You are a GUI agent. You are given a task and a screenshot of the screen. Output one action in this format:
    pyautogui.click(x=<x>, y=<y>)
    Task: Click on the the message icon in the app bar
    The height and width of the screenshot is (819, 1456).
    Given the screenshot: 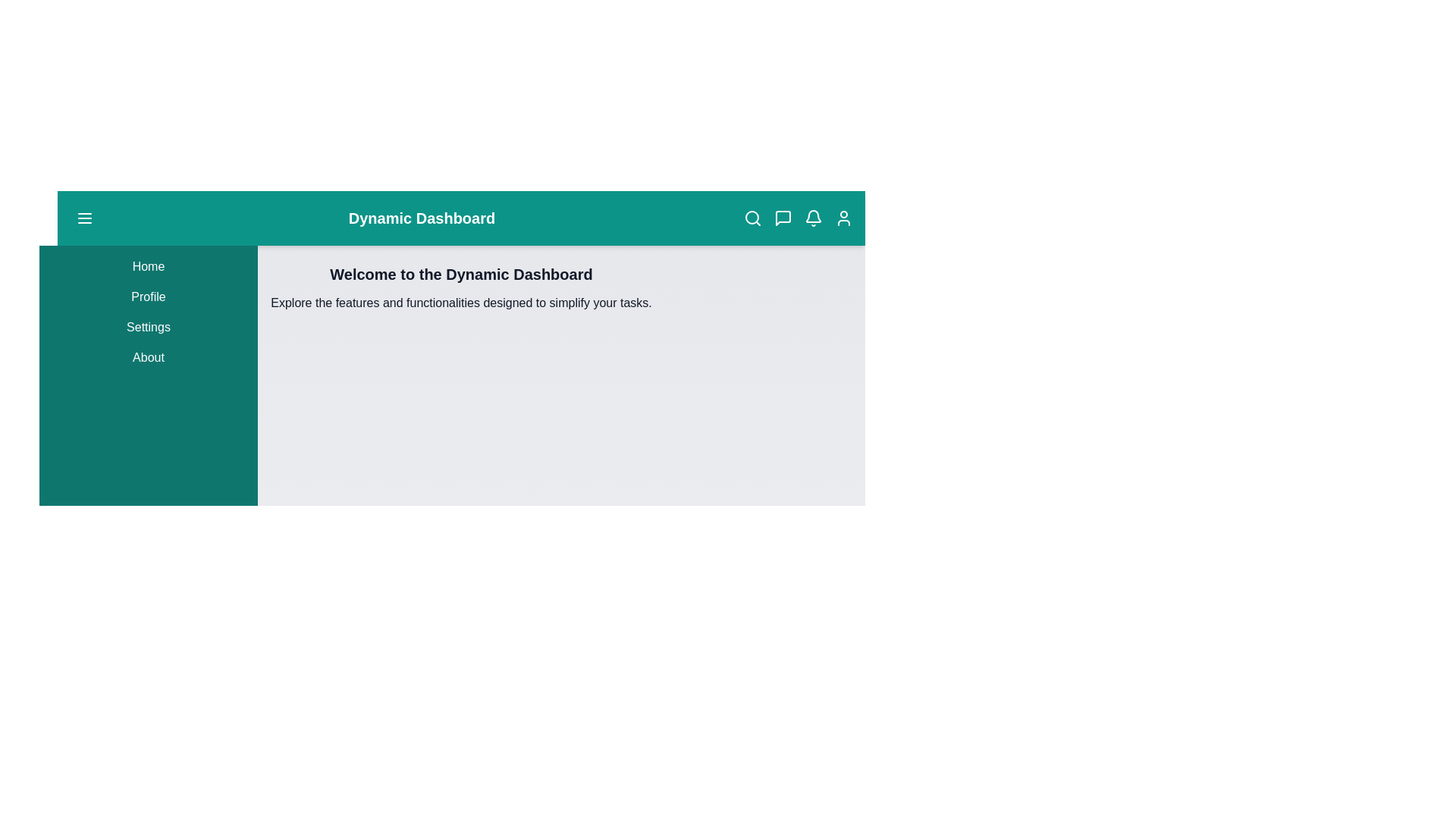 What is the action you would take?
    pyautogui.click(x=783, y=218)
    